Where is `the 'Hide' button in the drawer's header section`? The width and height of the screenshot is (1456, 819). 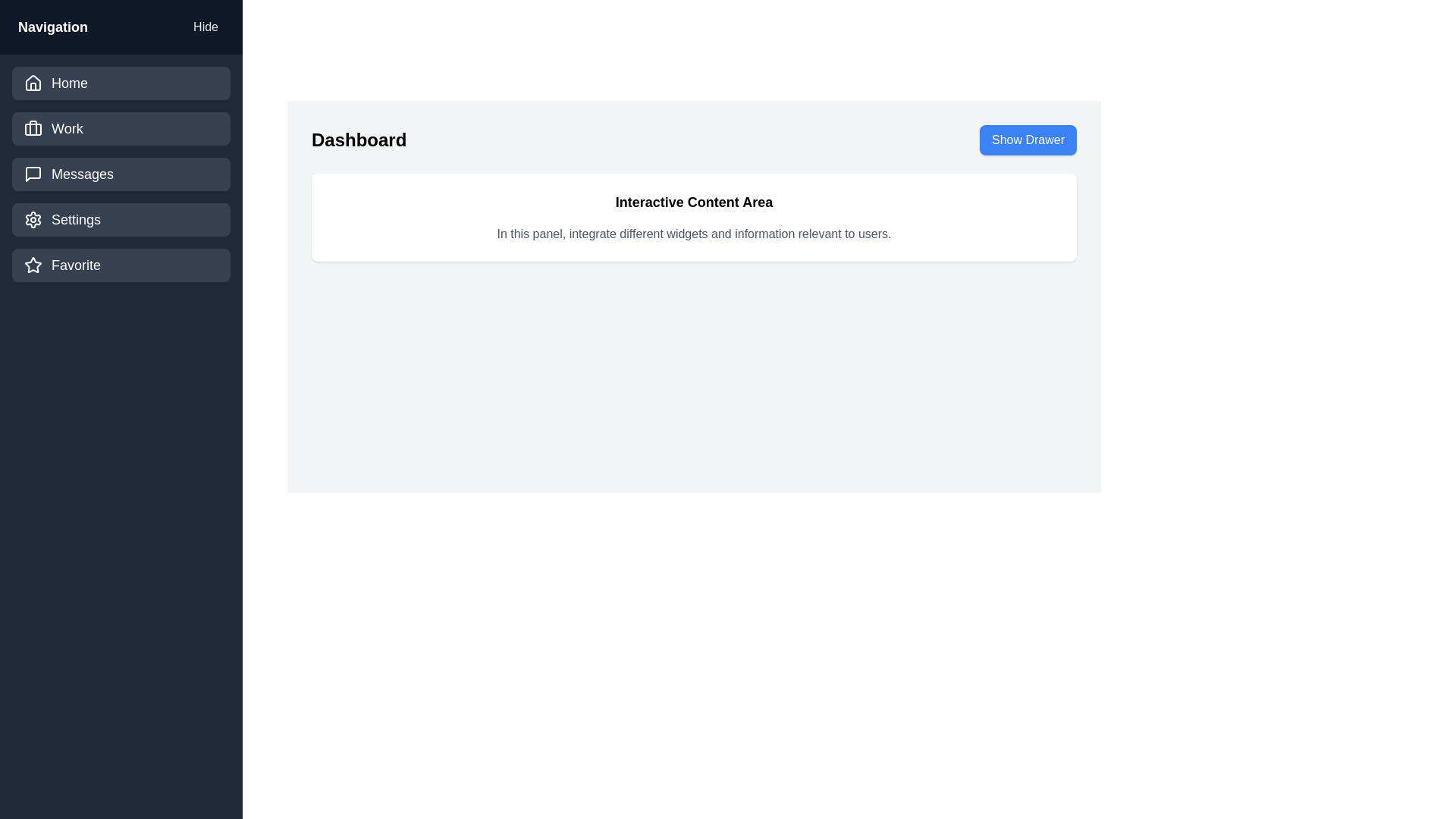 the 'Hide' button in the drawer's header section is located at coordinates (204, 27).